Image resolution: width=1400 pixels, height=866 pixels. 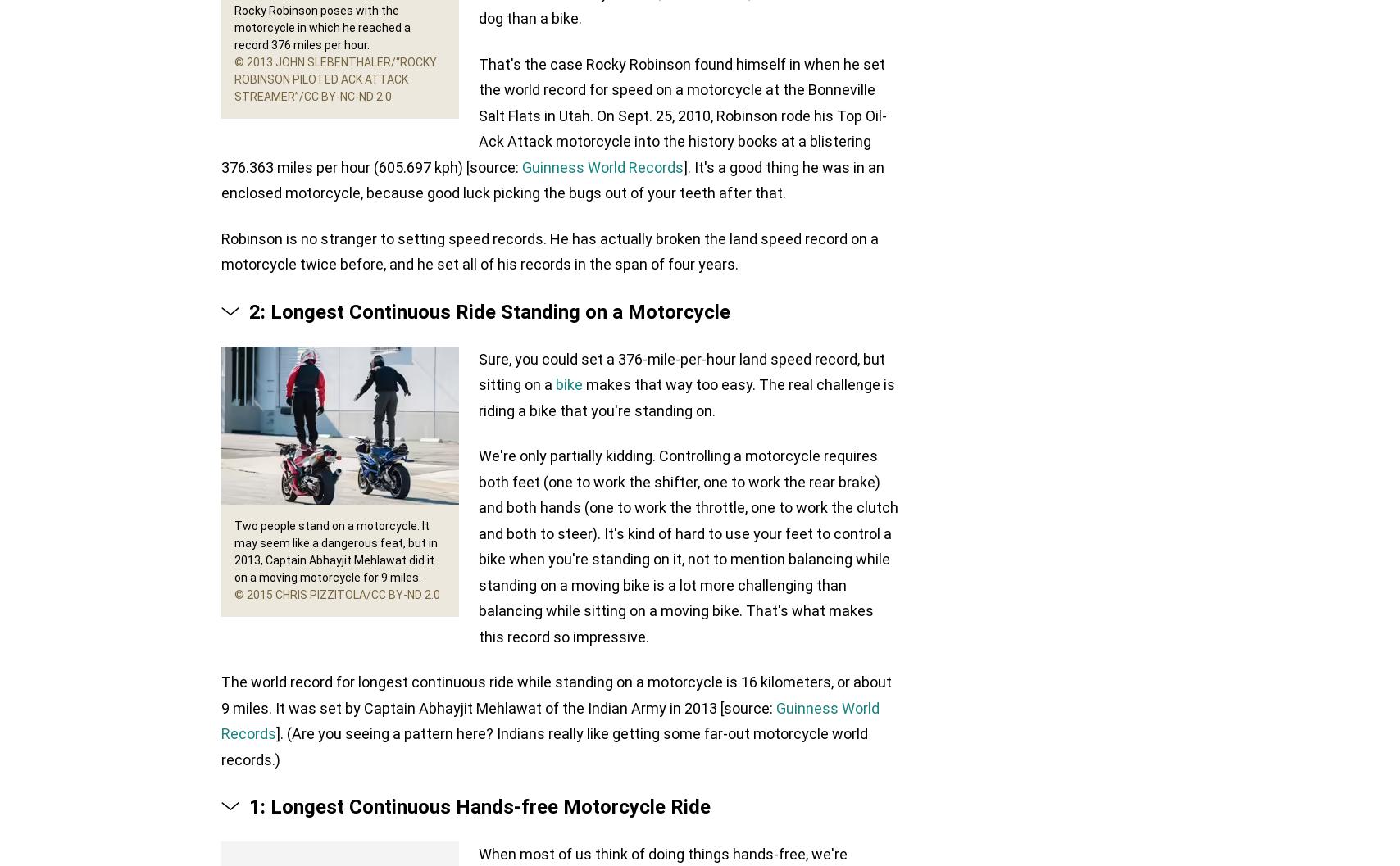 What do you see at coordinates (249, 310) in the screenshot?
I see `'2: Longest Continuous Ride Standing on a Motorcycle'` at bounding box center [249, 310].